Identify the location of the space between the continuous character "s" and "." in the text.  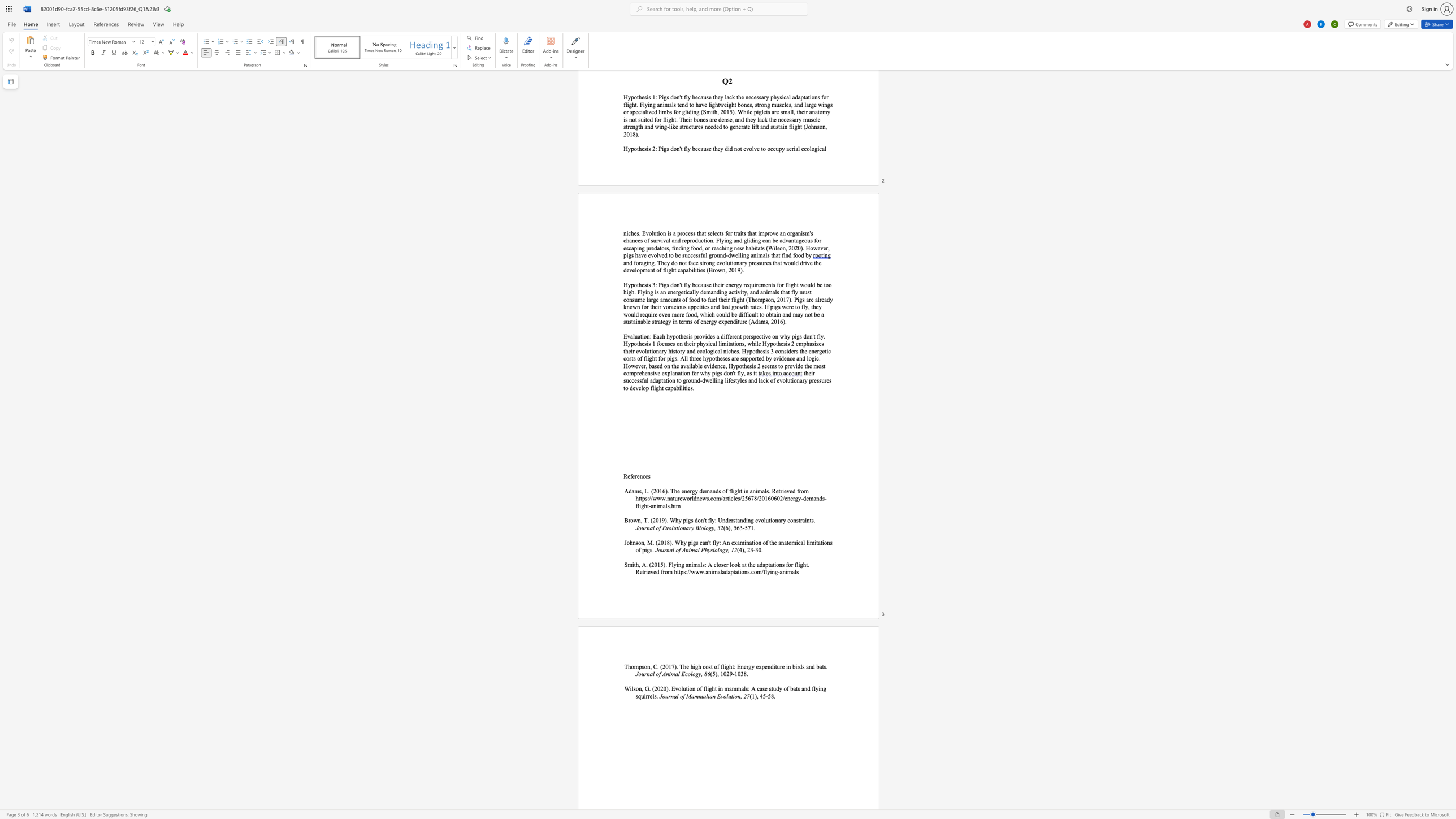
(749, 571).